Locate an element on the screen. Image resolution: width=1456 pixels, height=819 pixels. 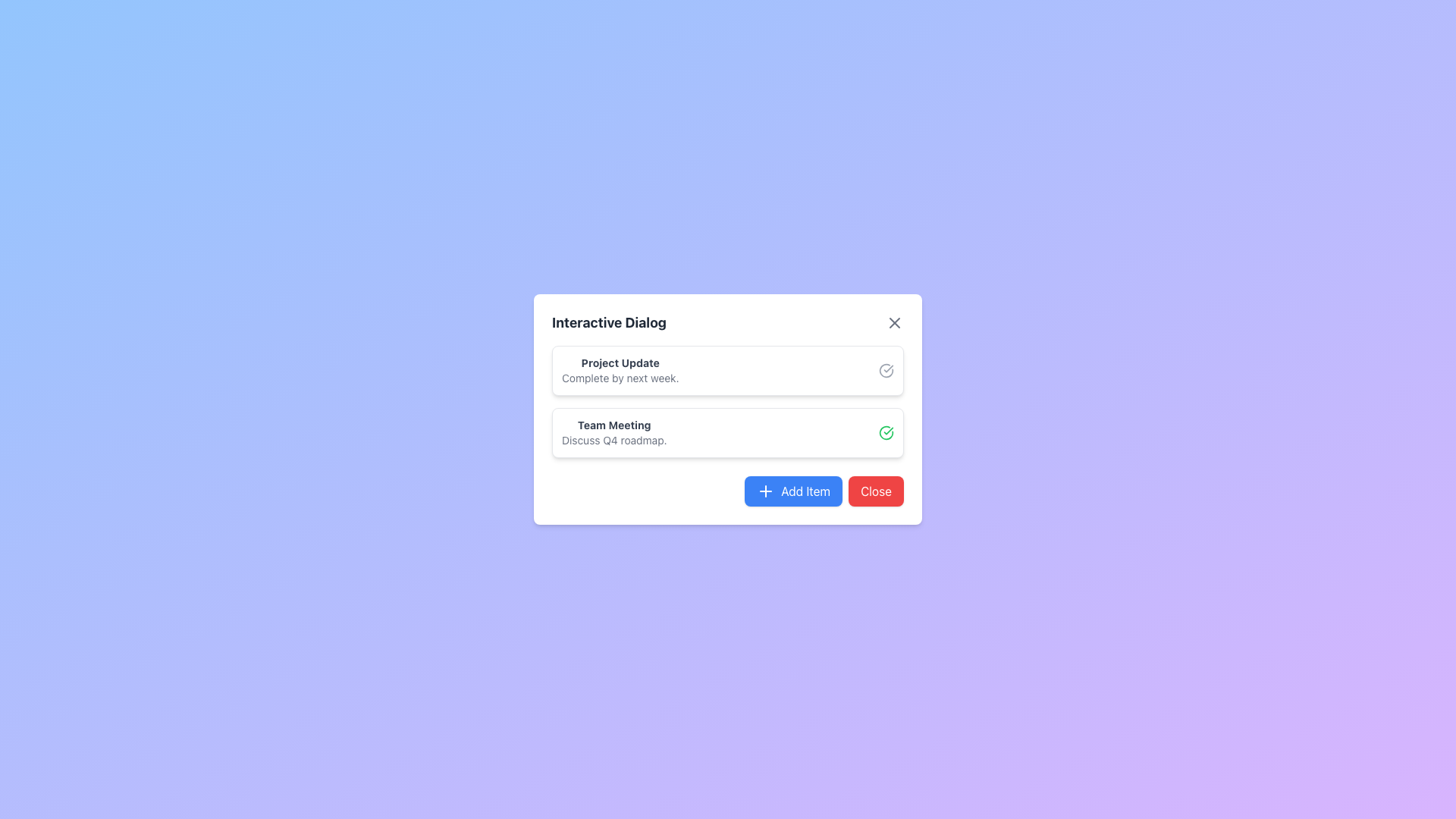
the circular checkmark icon located at the far right of the 'Project Update' card, which has a subtle gray stroke and a minimal design is located at coordinates (886, 371).